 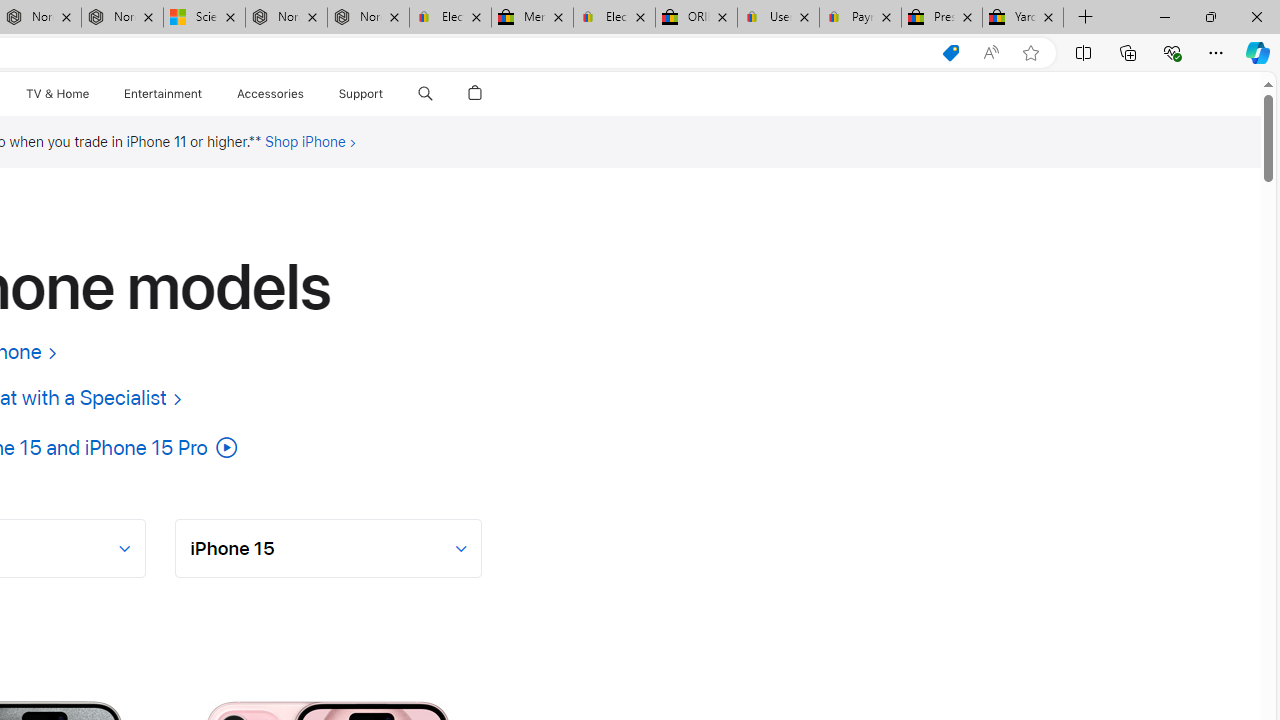 I want to click on 'Support', so click(x=361, y=93).